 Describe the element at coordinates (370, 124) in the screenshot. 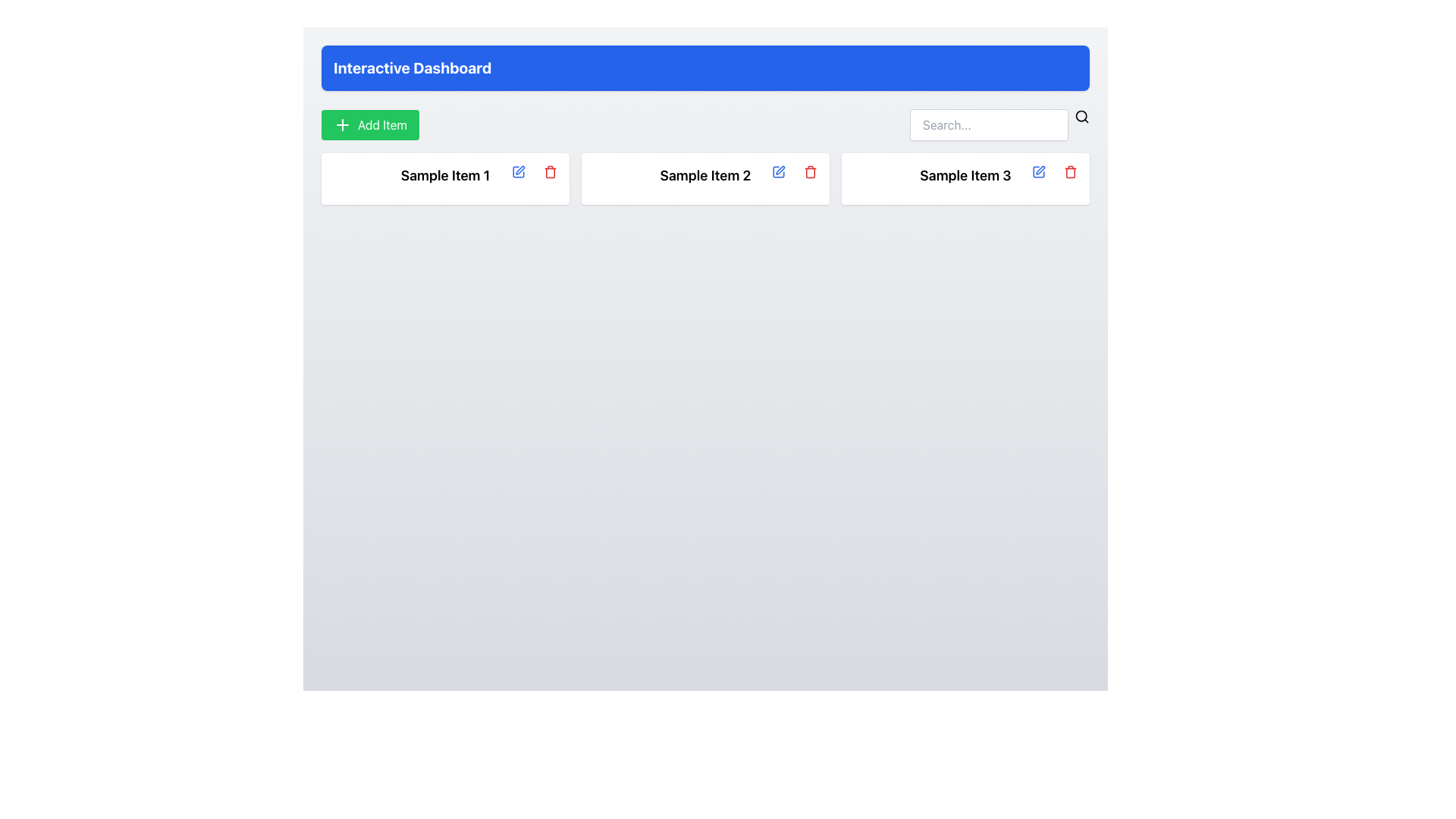

I see `the 'Add New Item' button located just below the blue header titled 'Interactive Dashboard'` at that location.